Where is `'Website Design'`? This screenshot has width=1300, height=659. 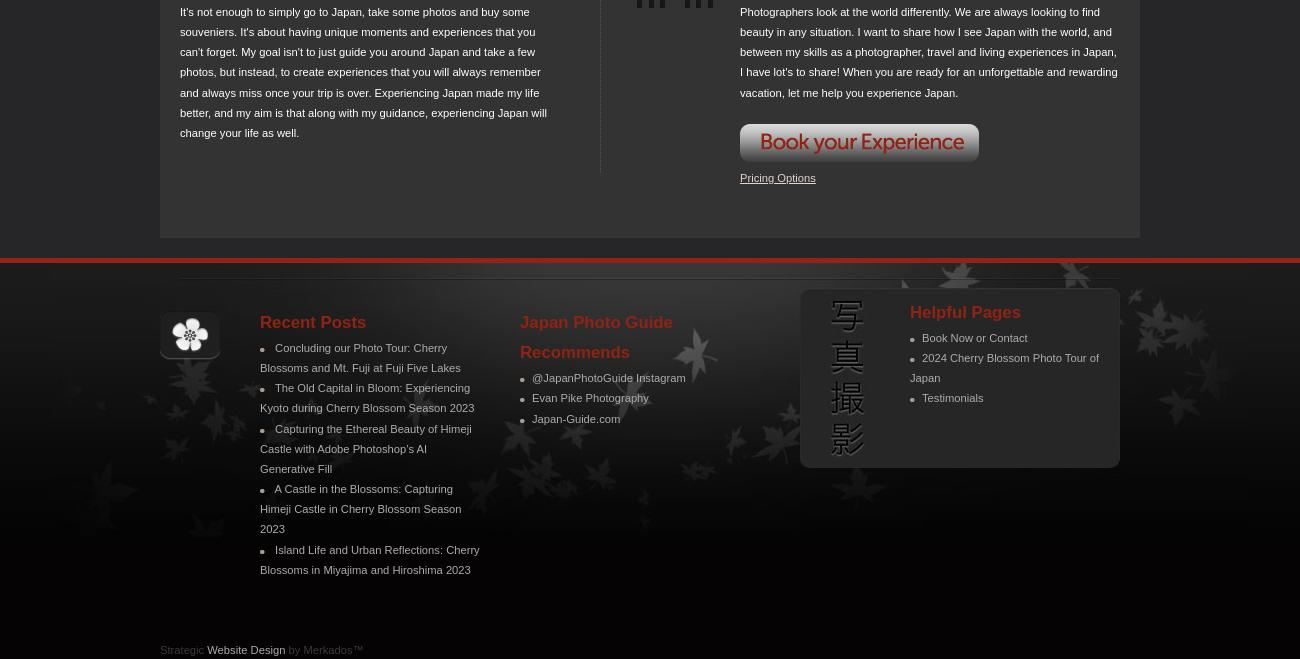
'Website Design' is located at coordinates (244, 647).